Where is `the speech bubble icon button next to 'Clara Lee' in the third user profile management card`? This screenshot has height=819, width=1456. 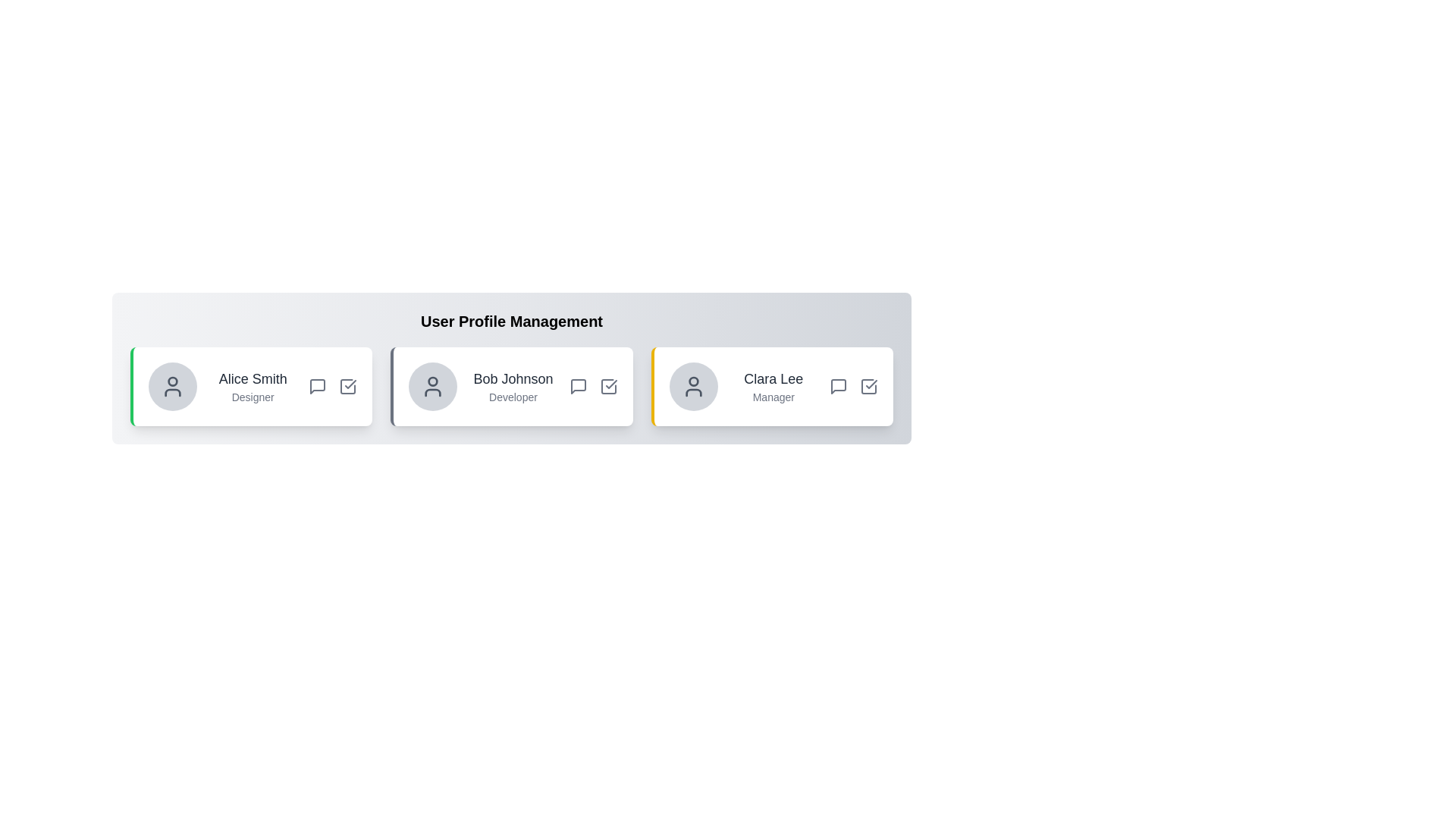 the speech bubble icon button next to 'Clara Lee' in the third user profile management card is located at coordinates (837, 385).